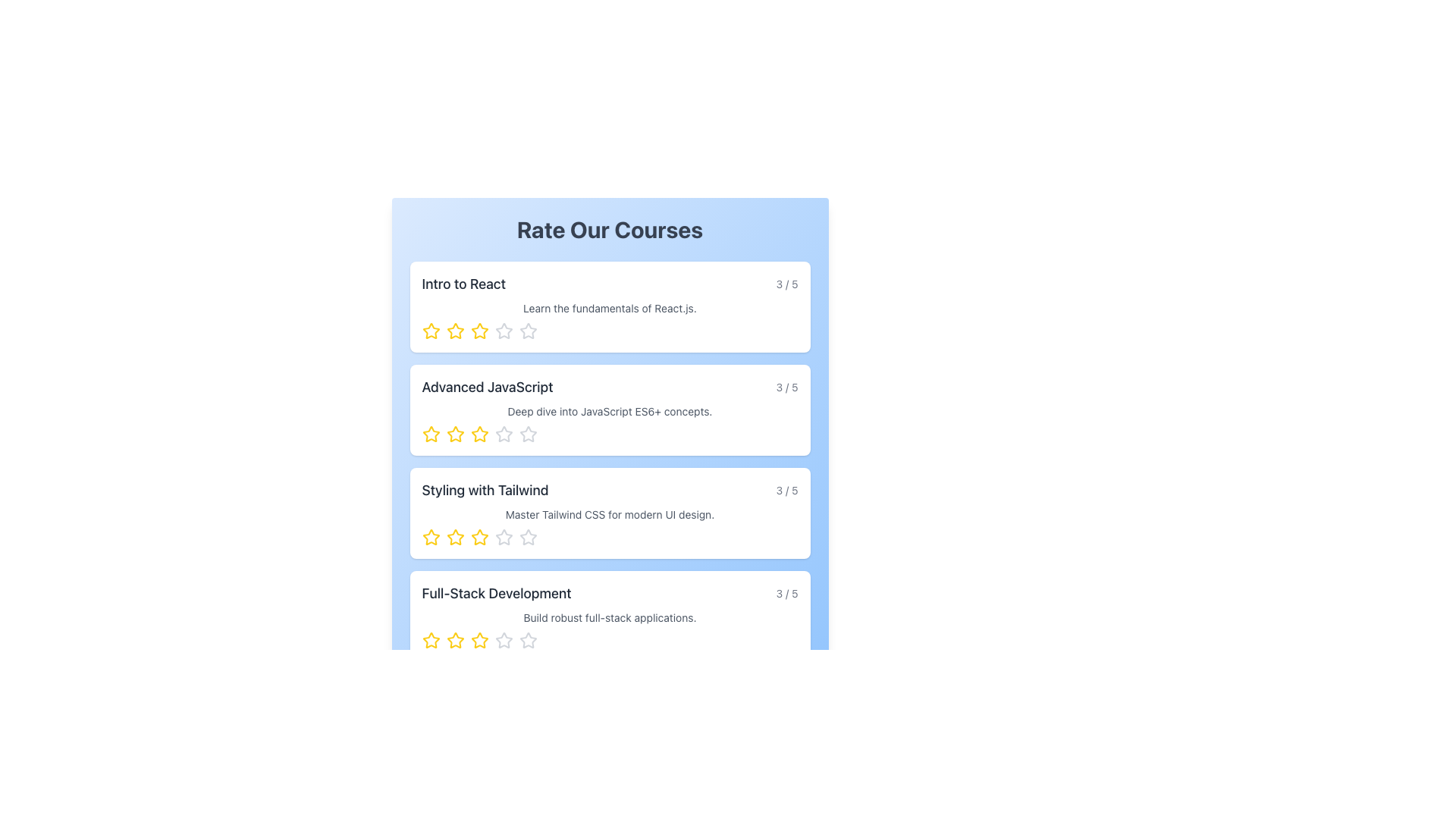  I want to click on the second rating star icon for the 'Intro to React' course, which is a yellow star-shaped component located between the first and third stars in the rating section, so click(479, 330).